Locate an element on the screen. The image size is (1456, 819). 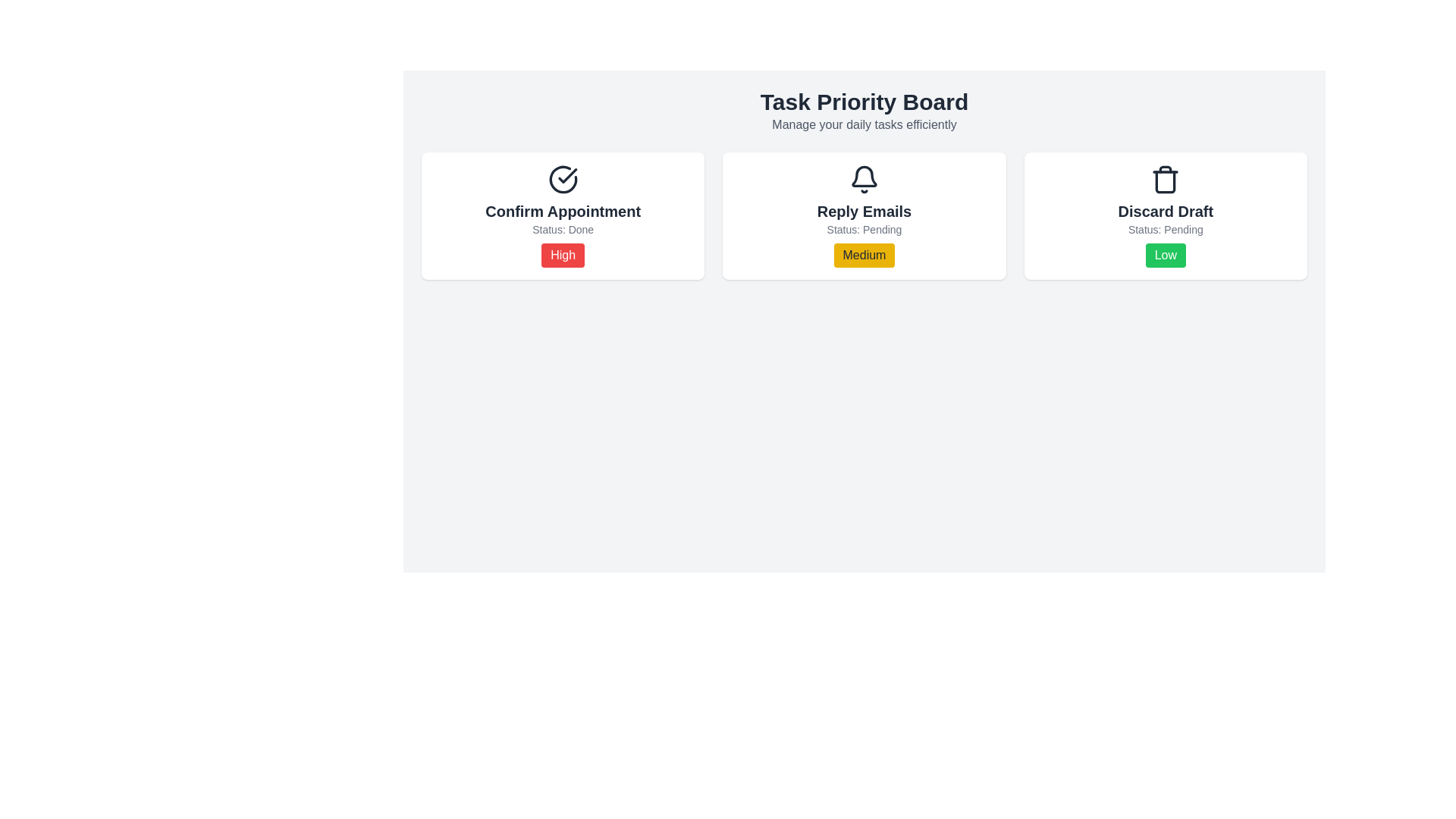
the text label displaying 'Status: Pending' located below the 'Discard Draft' heading in the rightmost card of the interface is located at coordinates (1165, 230).